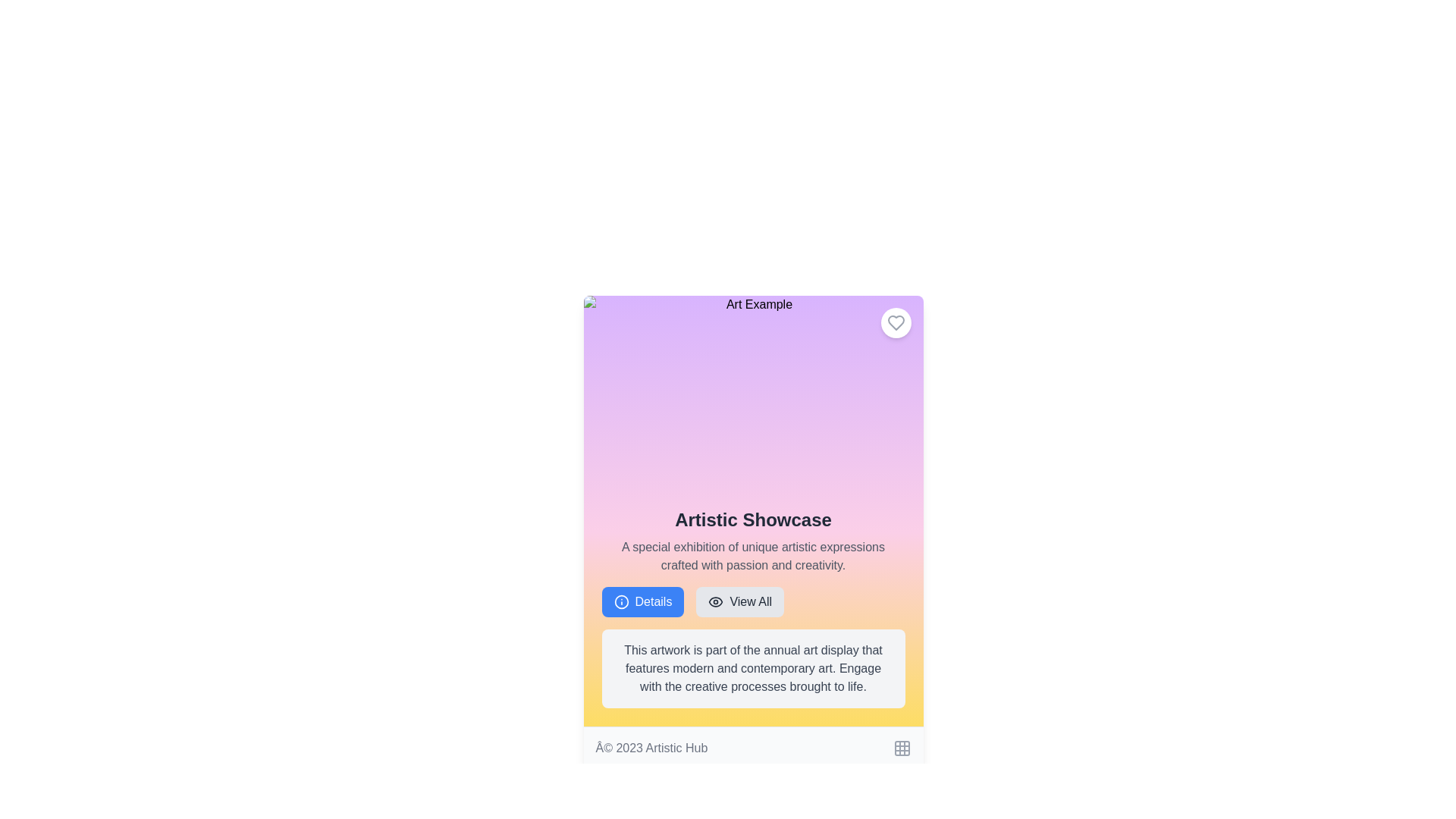 The image size is (1456, 819). What do you see at coordinates (896, 322) in the screenshot?
I see `the heart-shaped icon indicating a 'like' or 'favorite' action located in the upper-right corner of the 'Artistic Showcase' card for any state-change indication` at bounding box center [896, 322].